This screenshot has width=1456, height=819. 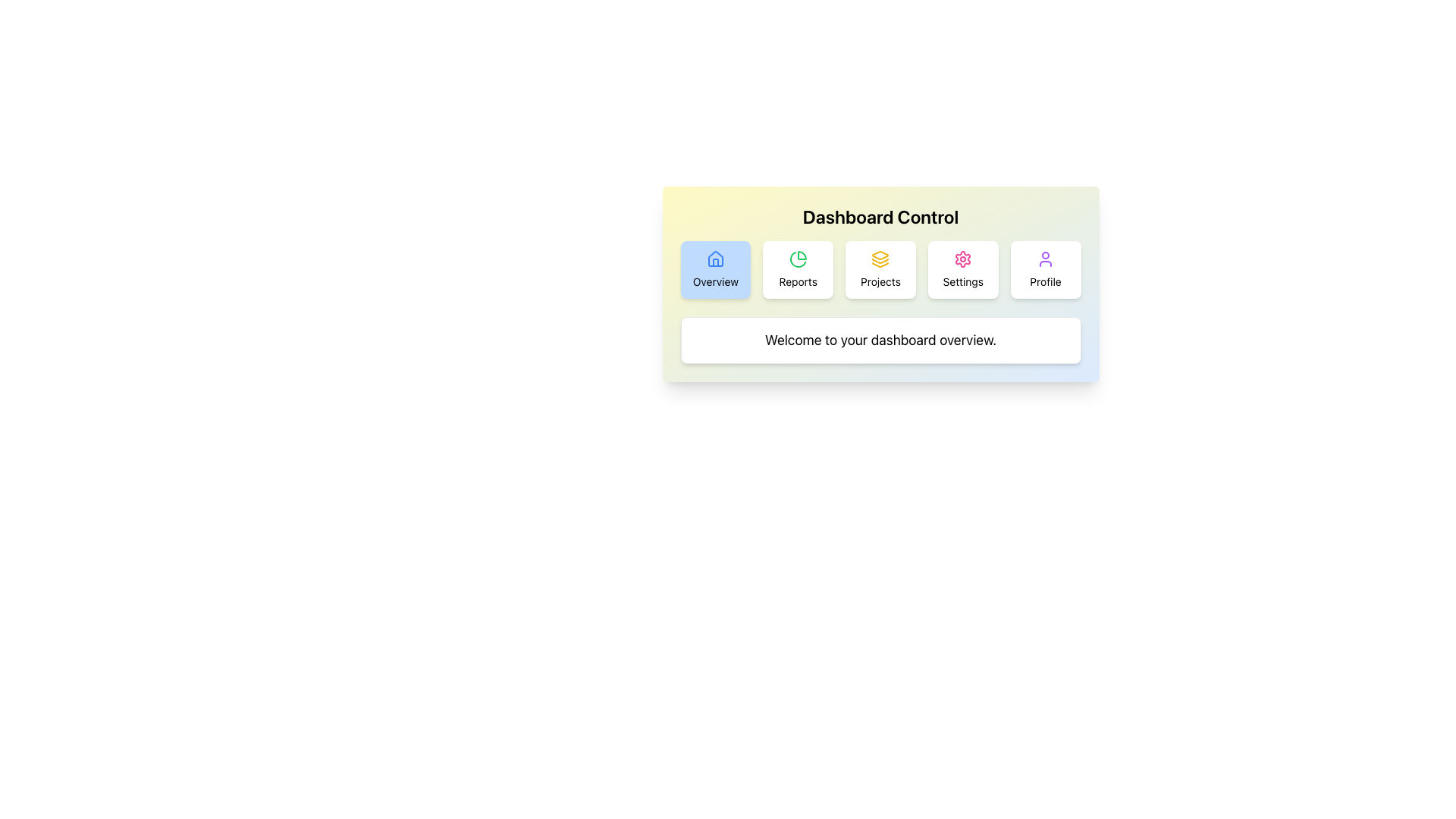 I want to click on the yellow icon in the top-right region of the visual dashboard control, so click(x=880, y=254).